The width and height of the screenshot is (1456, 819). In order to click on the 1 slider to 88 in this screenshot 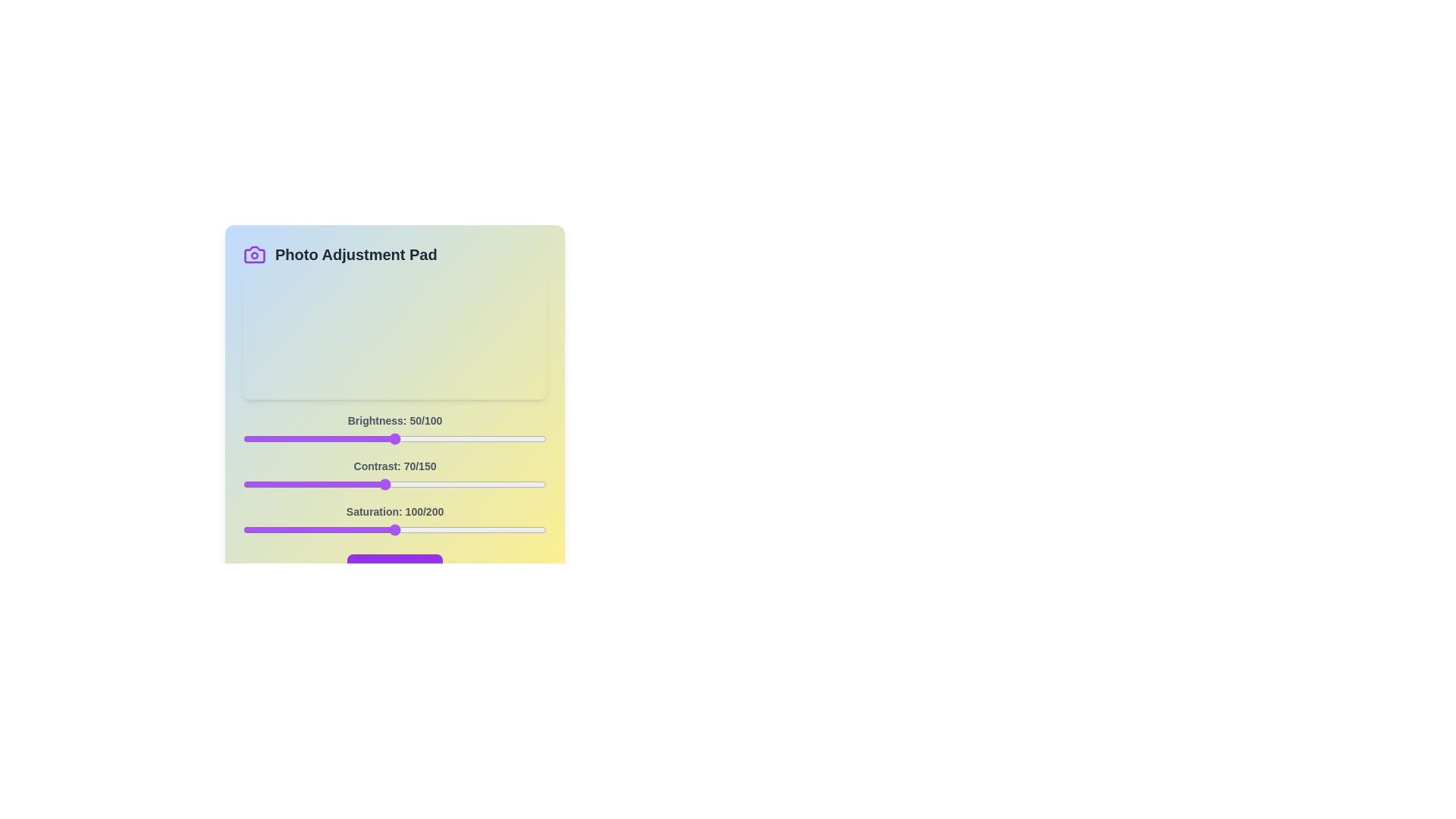, I will do `click(421, 485)`.